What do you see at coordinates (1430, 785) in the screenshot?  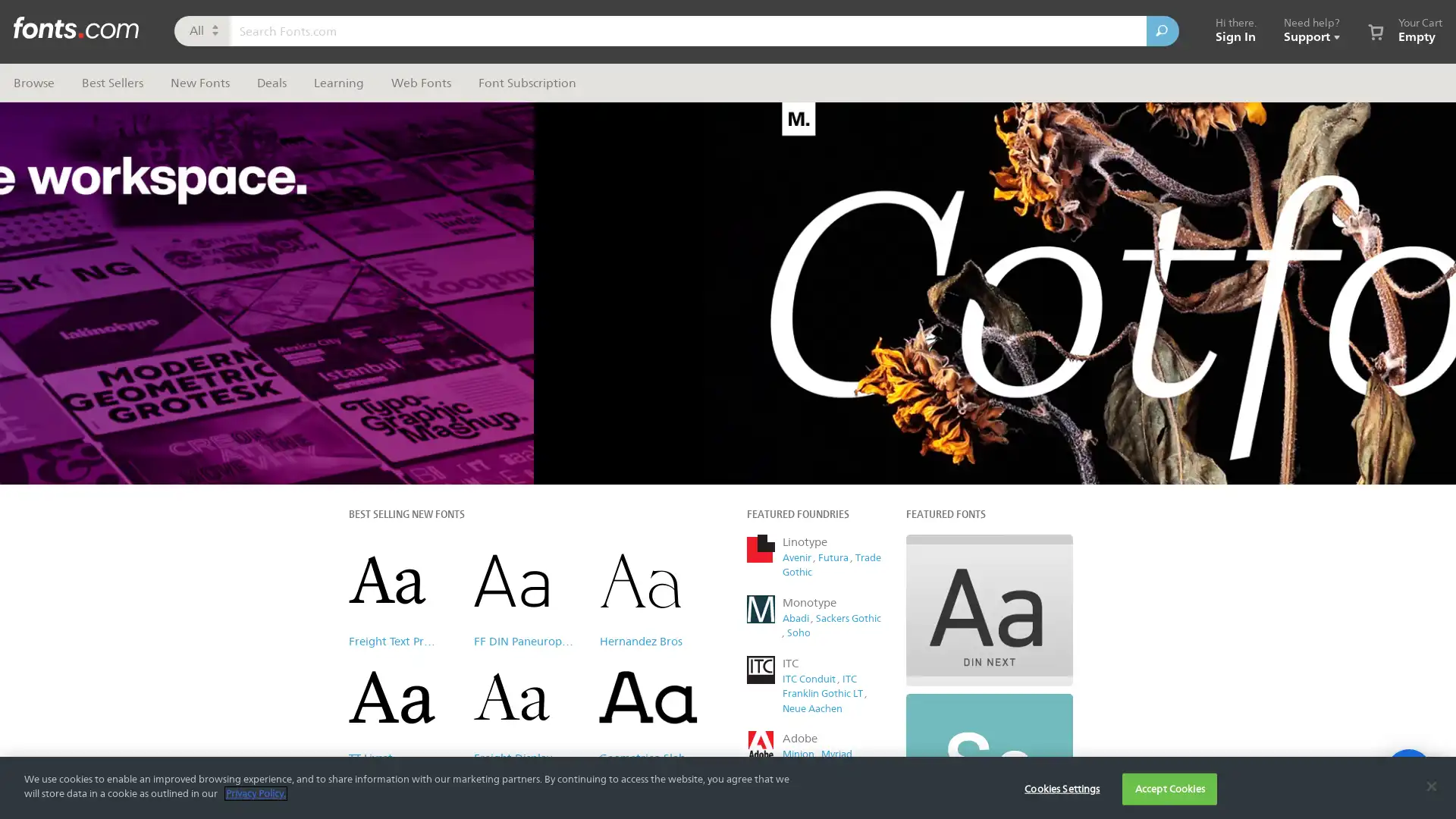 I see `Close` at bounding box center [1430, 785].